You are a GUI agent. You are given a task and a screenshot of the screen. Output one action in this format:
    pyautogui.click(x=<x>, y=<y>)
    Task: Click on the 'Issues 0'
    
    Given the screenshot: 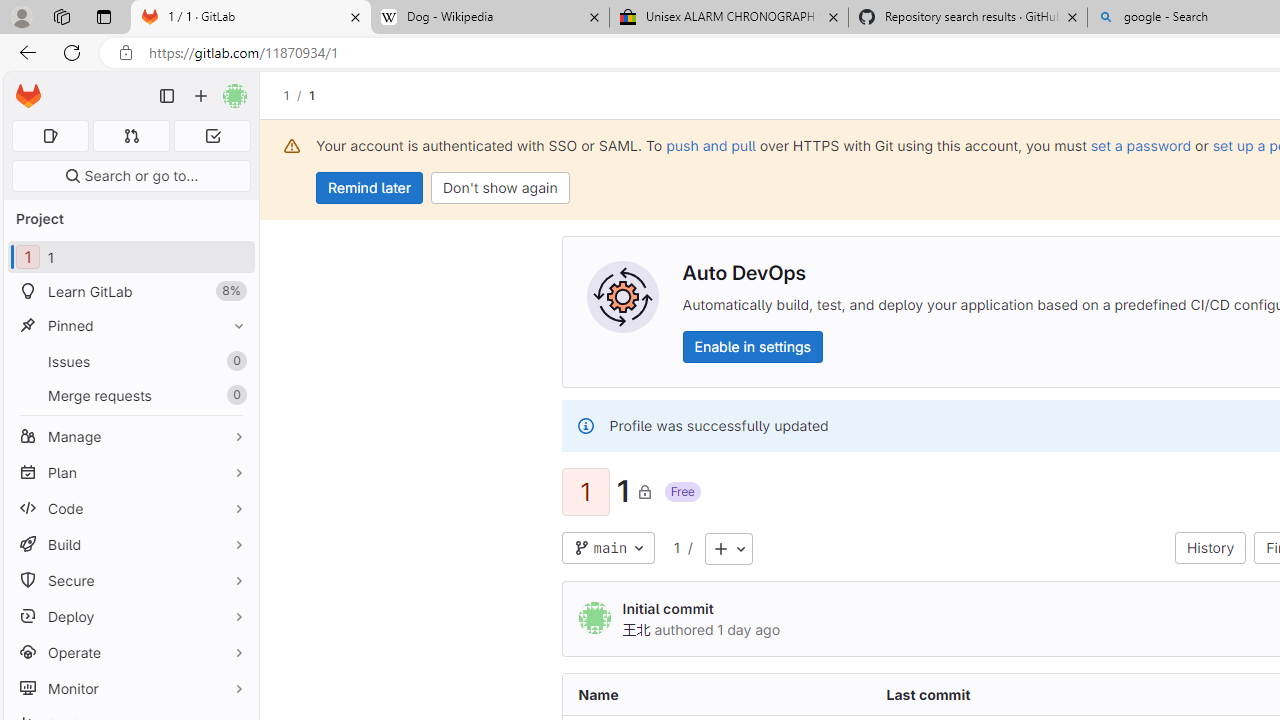 What is the action you would take?
    pyautogui.click(x=130, y=361)
    